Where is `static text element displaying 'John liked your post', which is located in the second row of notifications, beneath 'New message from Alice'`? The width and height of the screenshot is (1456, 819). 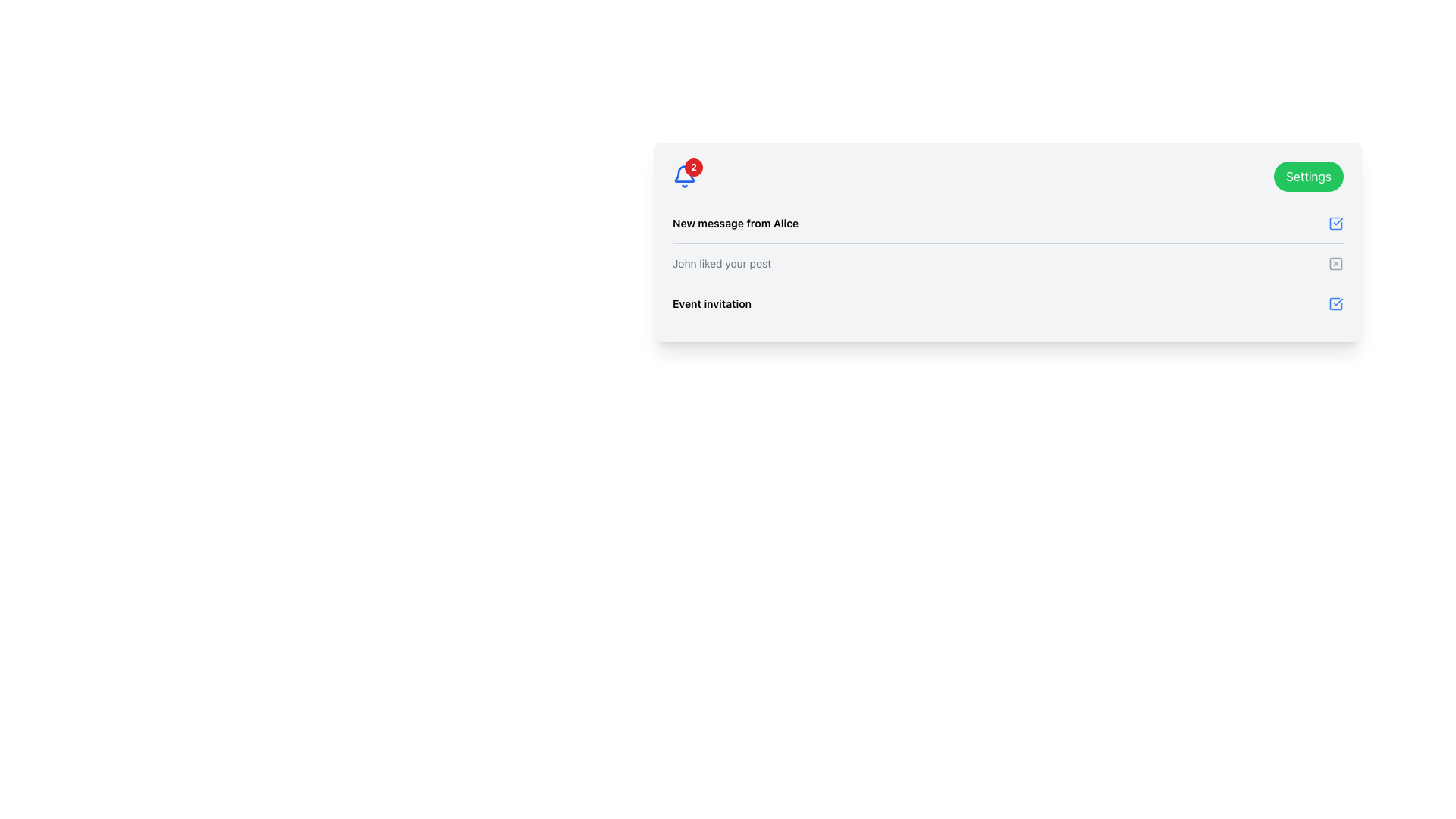
static text element displaying 'John liked your post', which is located in the second row of notifications, beneath 'New message from Alice' is located at coordinates (721, 262).